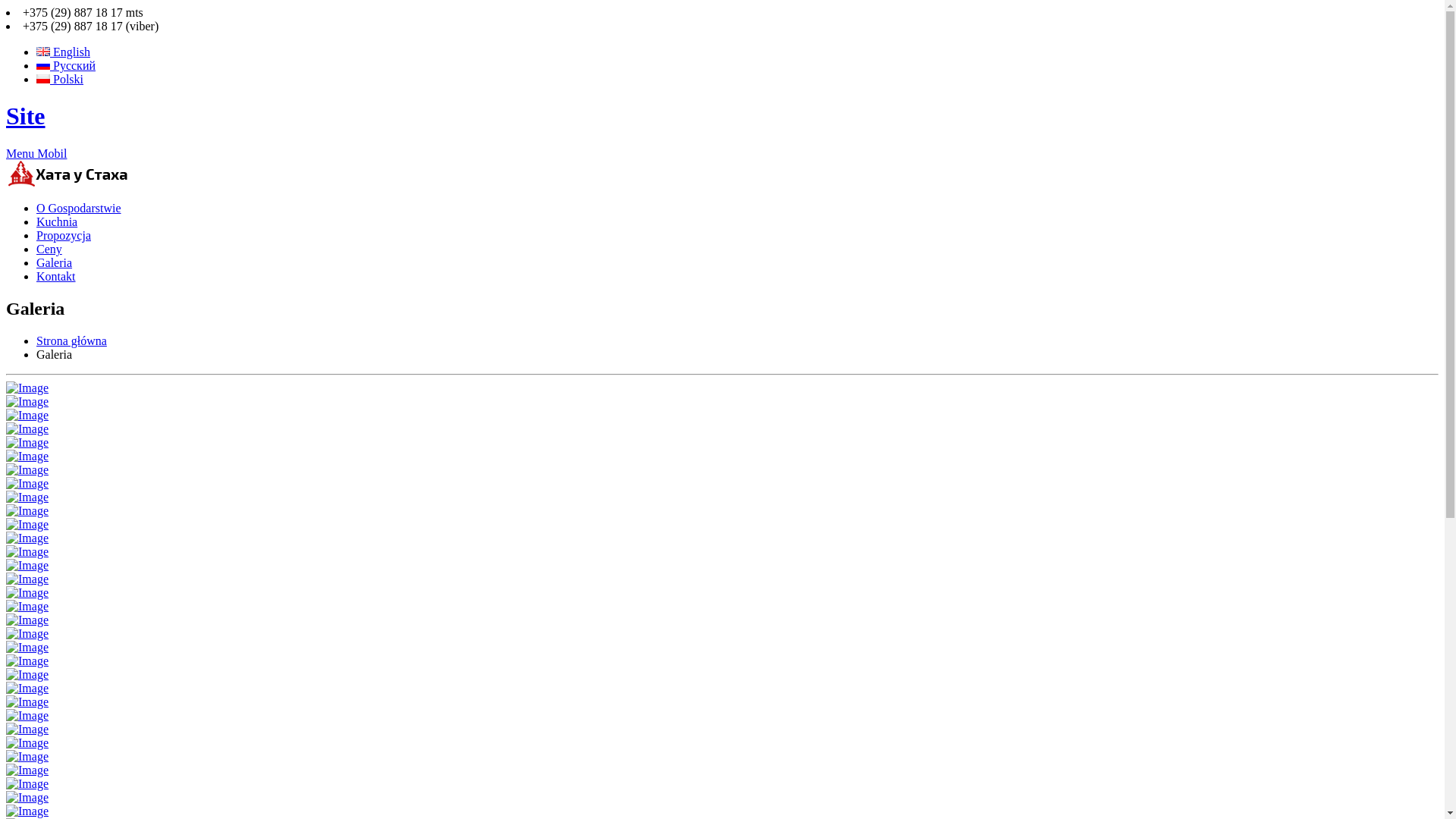  What do you see at coordinates (36, 153) in the screenshot?
I see `'Menu Mobil'` at bounding box center [36, 153].